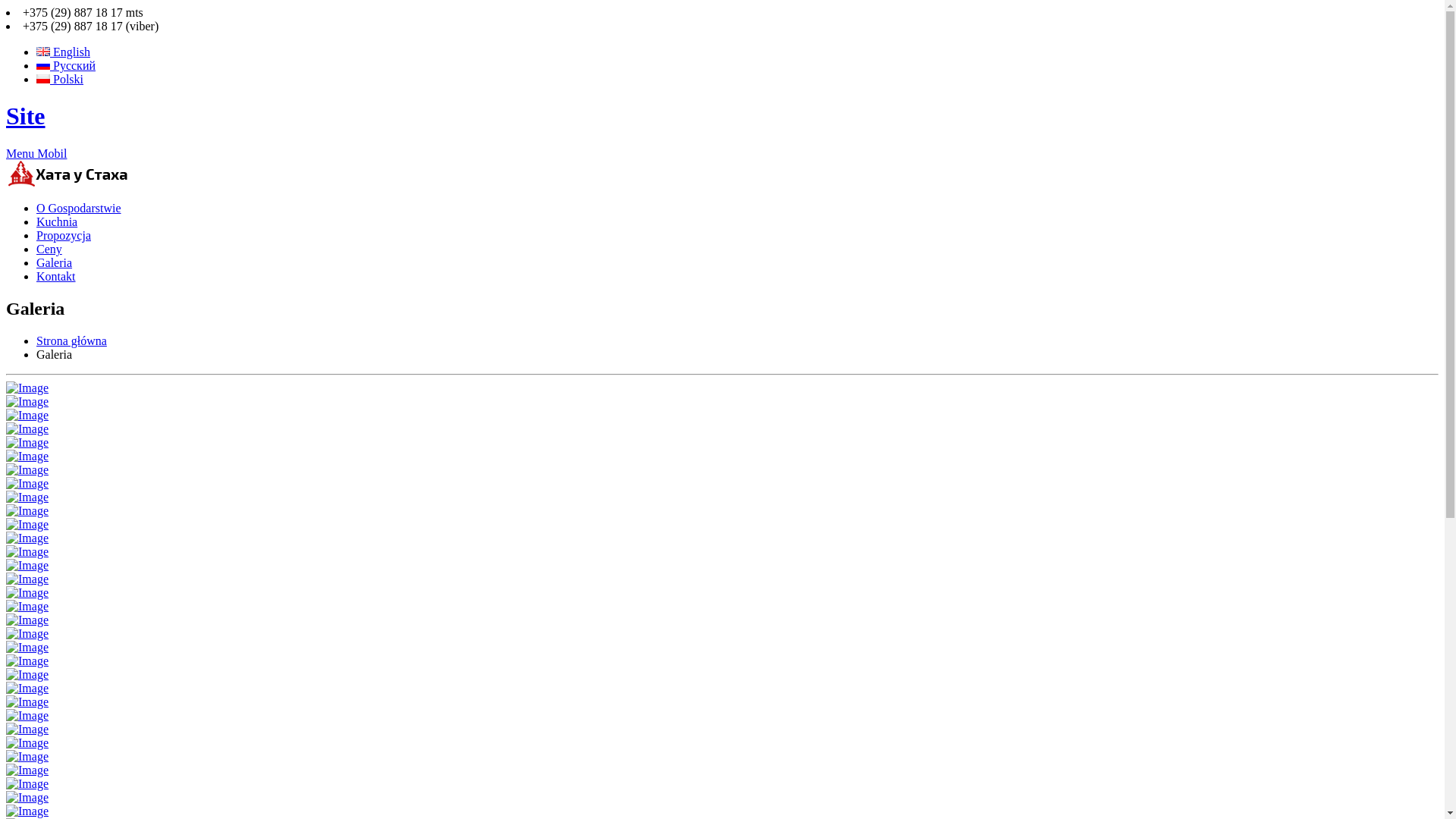  What do you see at coordinates (36, 153) in the screenshot?
I see `'Menu Mobil'` at bounding box center [36, 153].